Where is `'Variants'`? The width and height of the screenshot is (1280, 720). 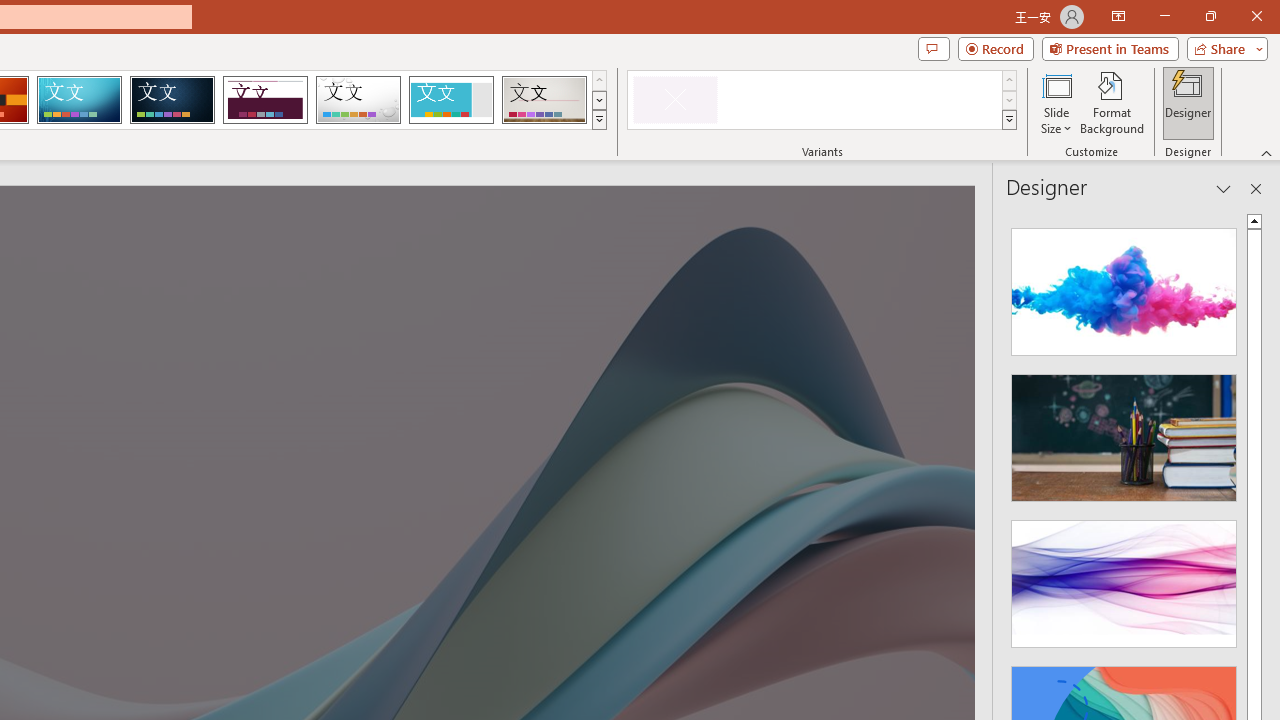
'Variants' is located at coordinates (1009, 120).